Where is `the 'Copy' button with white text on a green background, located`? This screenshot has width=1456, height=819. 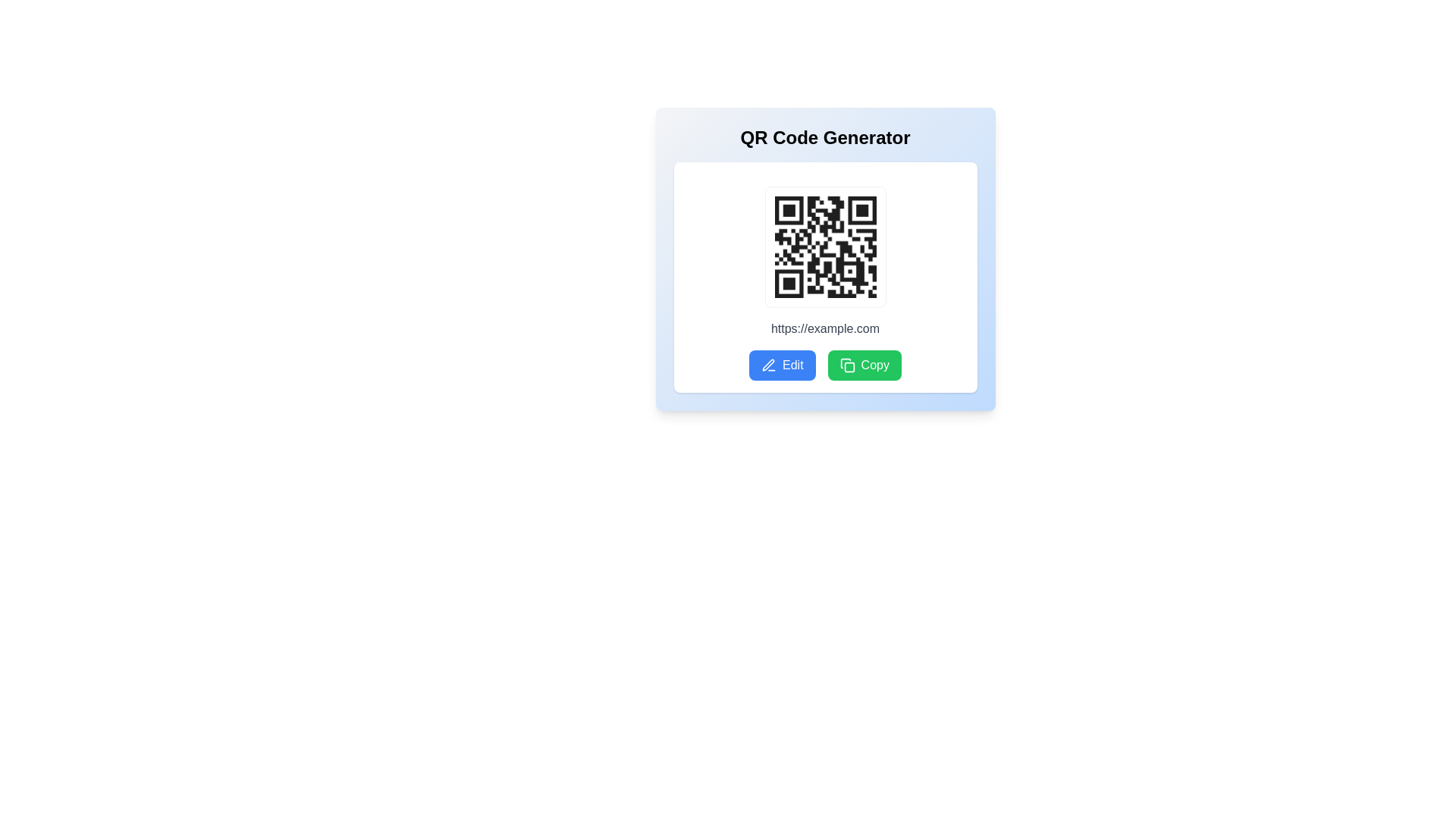
the 'Copy' button with white text on a green background, located is located at coordinates (864, 366).